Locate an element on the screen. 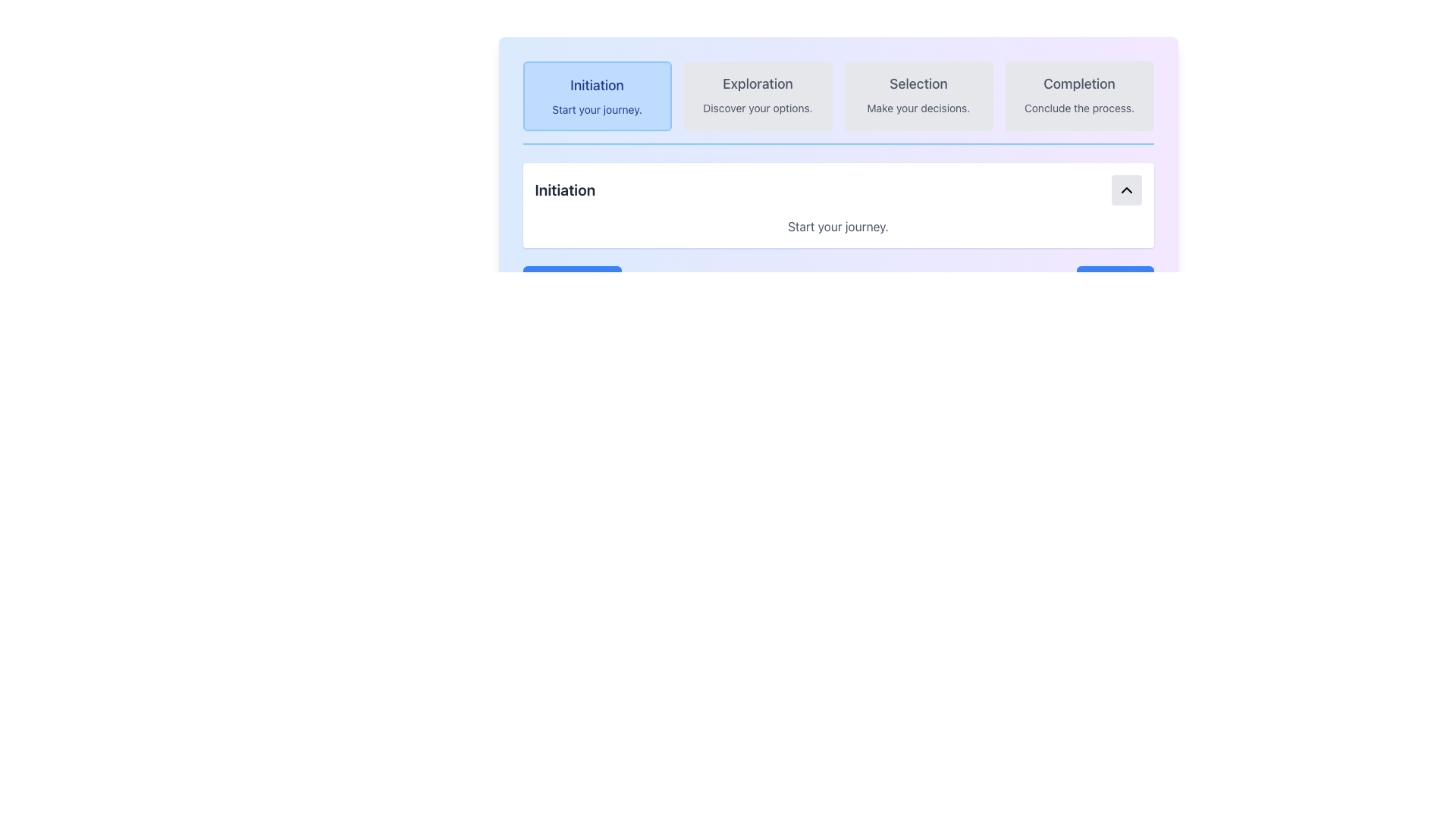 Image resolution: width=1456 pixels, height=819 pixels. the descriptive text block in the 'Initiation' section, which provides contextual information or a call-to-action is located at coordinates (837, 227).